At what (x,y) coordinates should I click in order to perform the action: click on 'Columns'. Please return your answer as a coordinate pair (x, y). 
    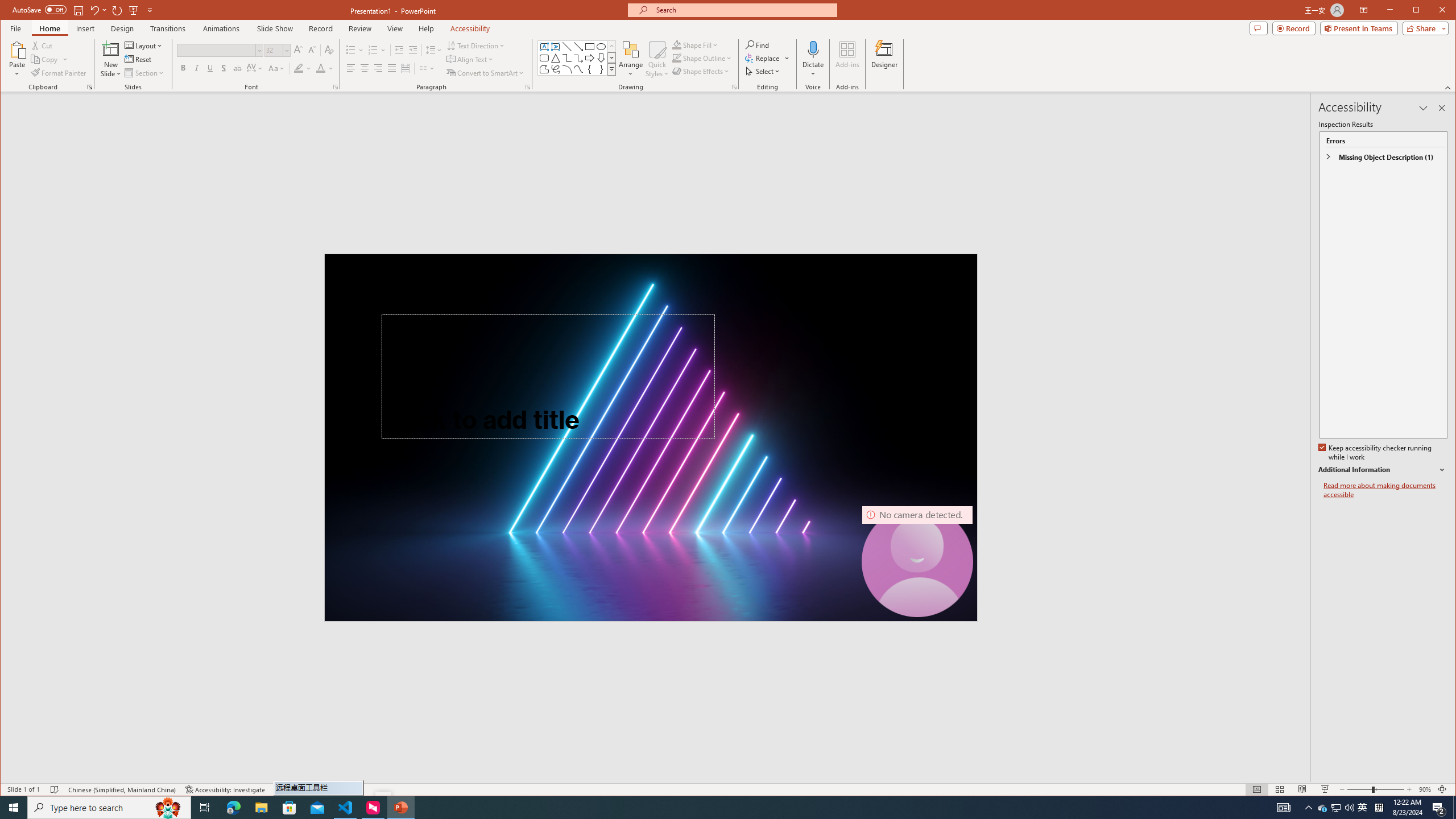
    Looking at the image, I should click on (427, 68).